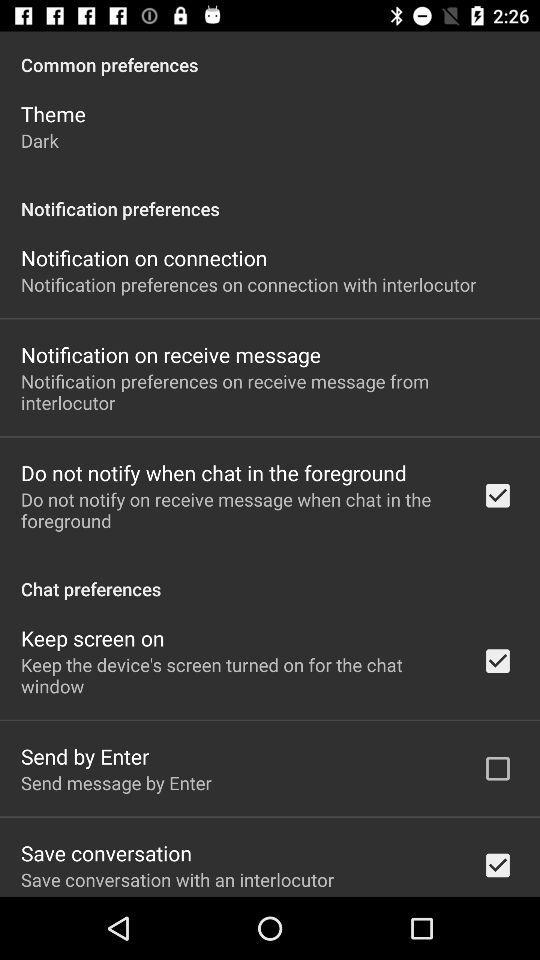 The image size is (540, 960). Describe the element at coordinates (270, 53) in the screenshot. I see `common preferences app` at that location.